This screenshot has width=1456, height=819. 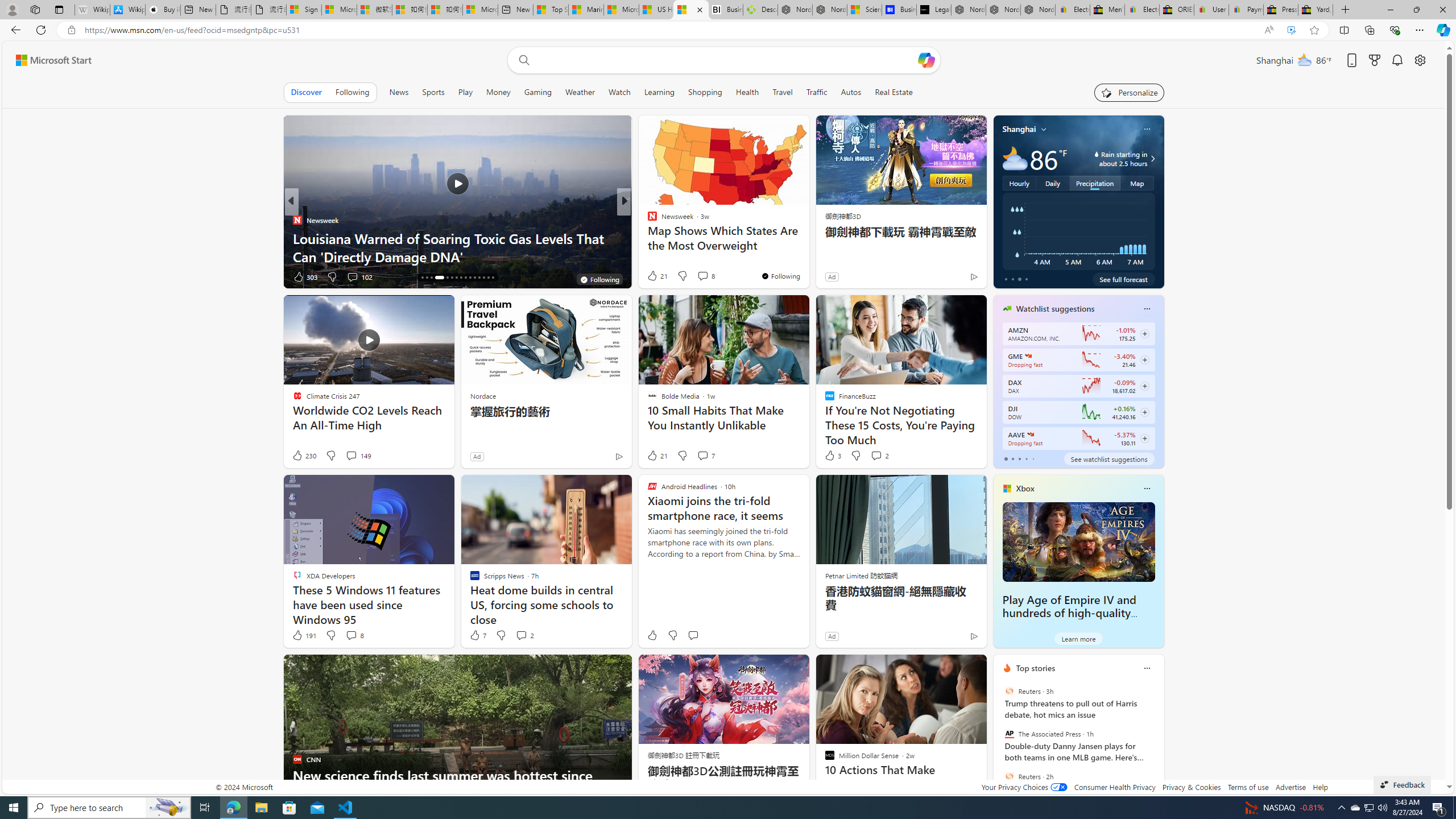 I want to click on '14 Funny Ways People Try to Save Money', so click(x=806, y=255).